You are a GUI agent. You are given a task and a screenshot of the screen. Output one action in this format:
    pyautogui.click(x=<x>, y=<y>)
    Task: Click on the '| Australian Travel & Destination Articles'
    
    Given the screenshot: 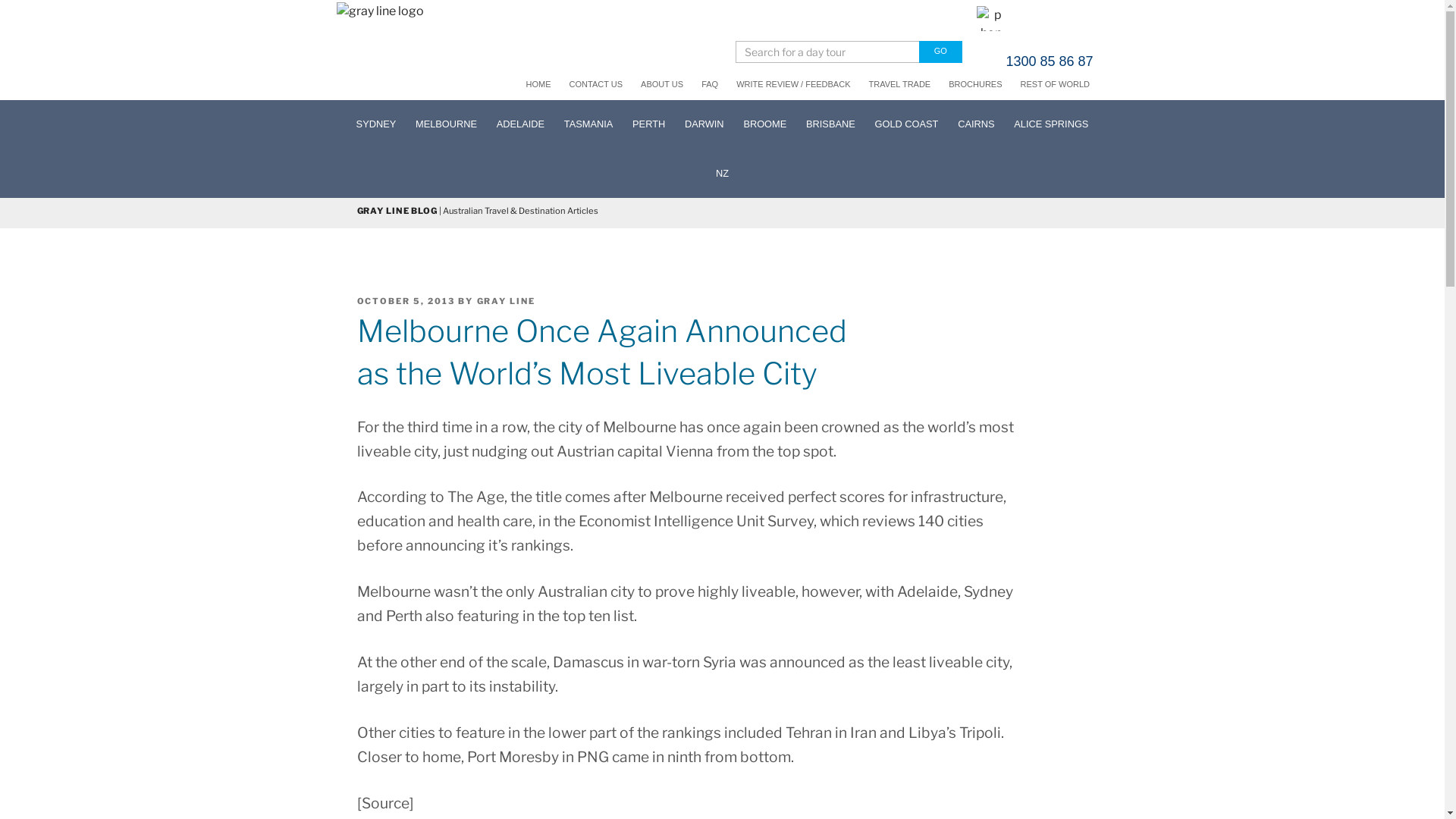 What is the action you would take?
    pyautogui.click(x=517, y=210)
    